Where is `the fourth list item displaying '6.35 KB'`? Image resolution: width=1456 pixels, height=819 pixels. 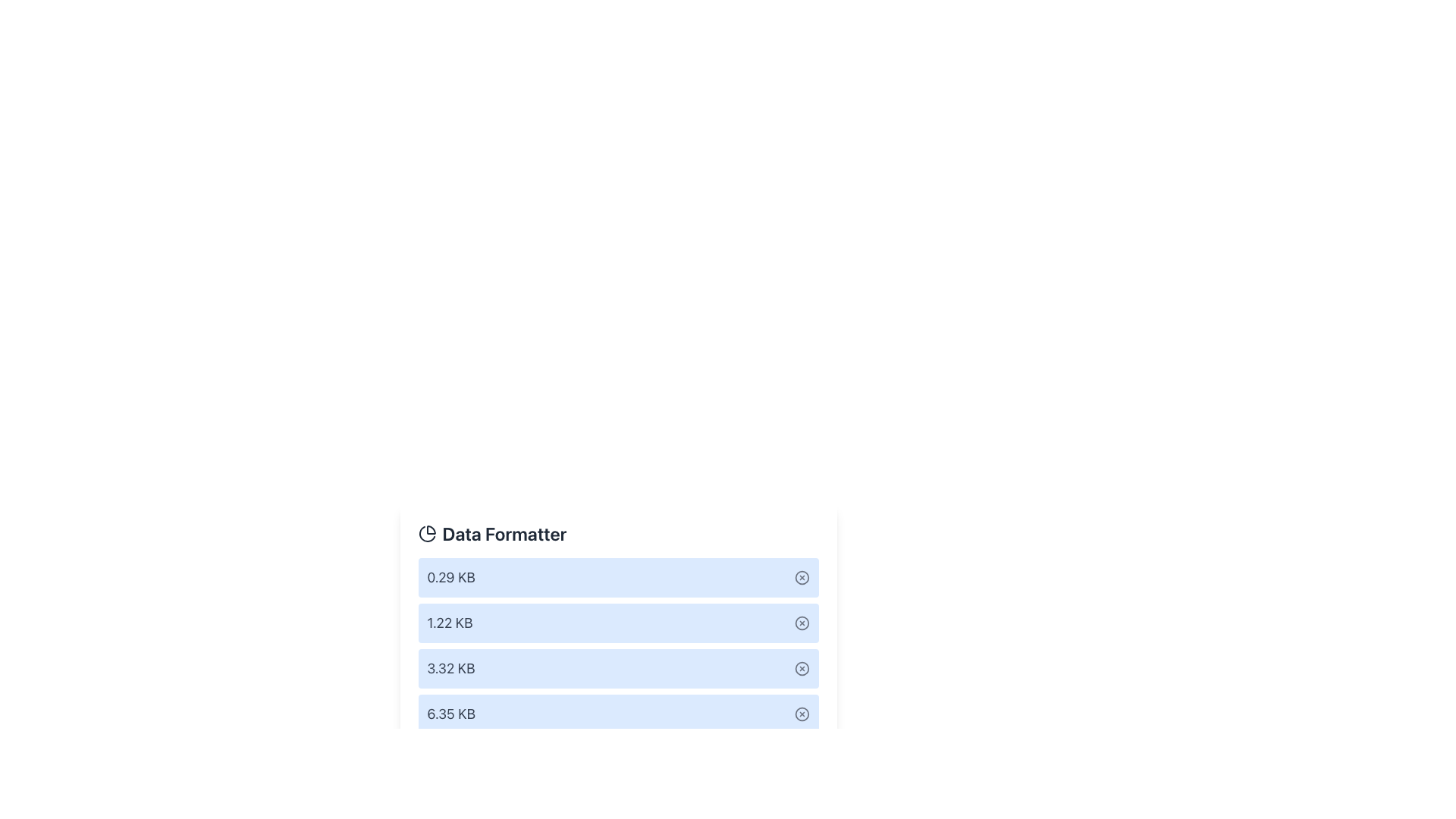
the fourth list item displaying '6.35 KB' is located at coordinates (618, 714).